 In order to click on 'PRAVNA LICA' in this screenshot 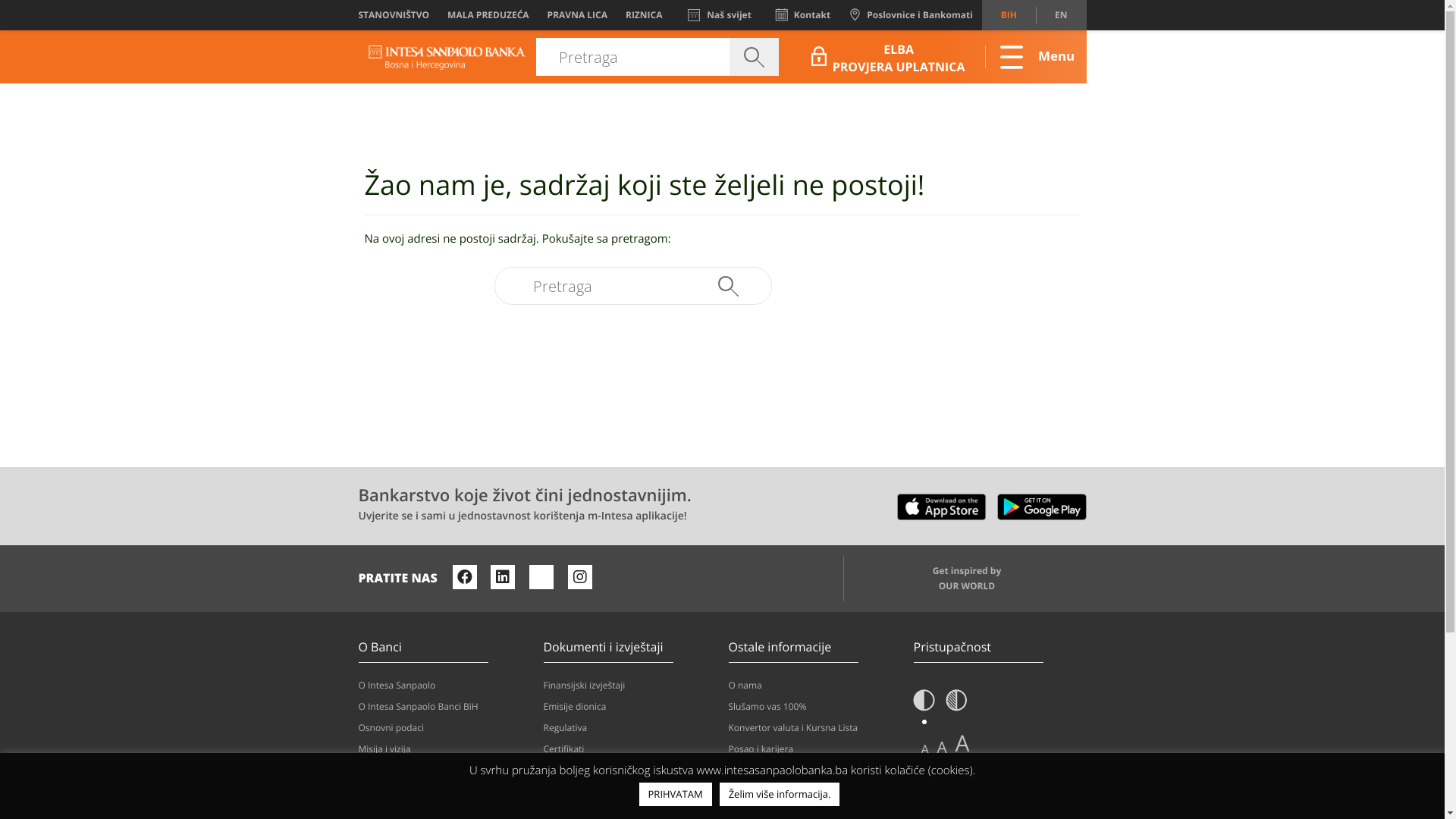, I will do `click(576, 14)`.